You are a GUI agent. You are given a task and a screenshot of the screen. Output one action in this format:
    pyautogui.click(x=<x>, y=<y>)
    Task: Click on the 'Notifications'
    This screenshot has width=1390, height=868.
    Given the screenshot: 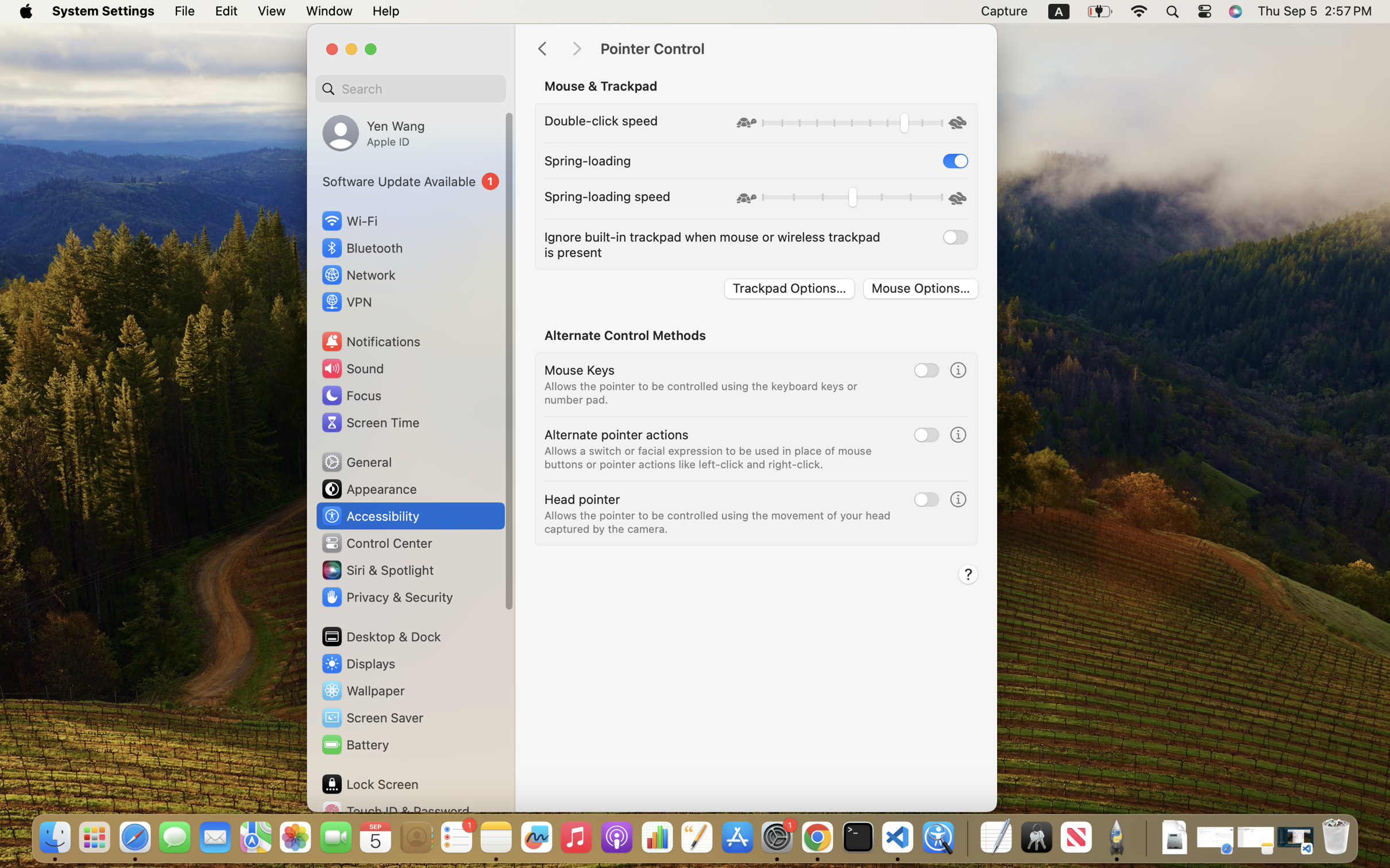 What is the action you would take?
    pyautogui.click(x=370, y=340)
    